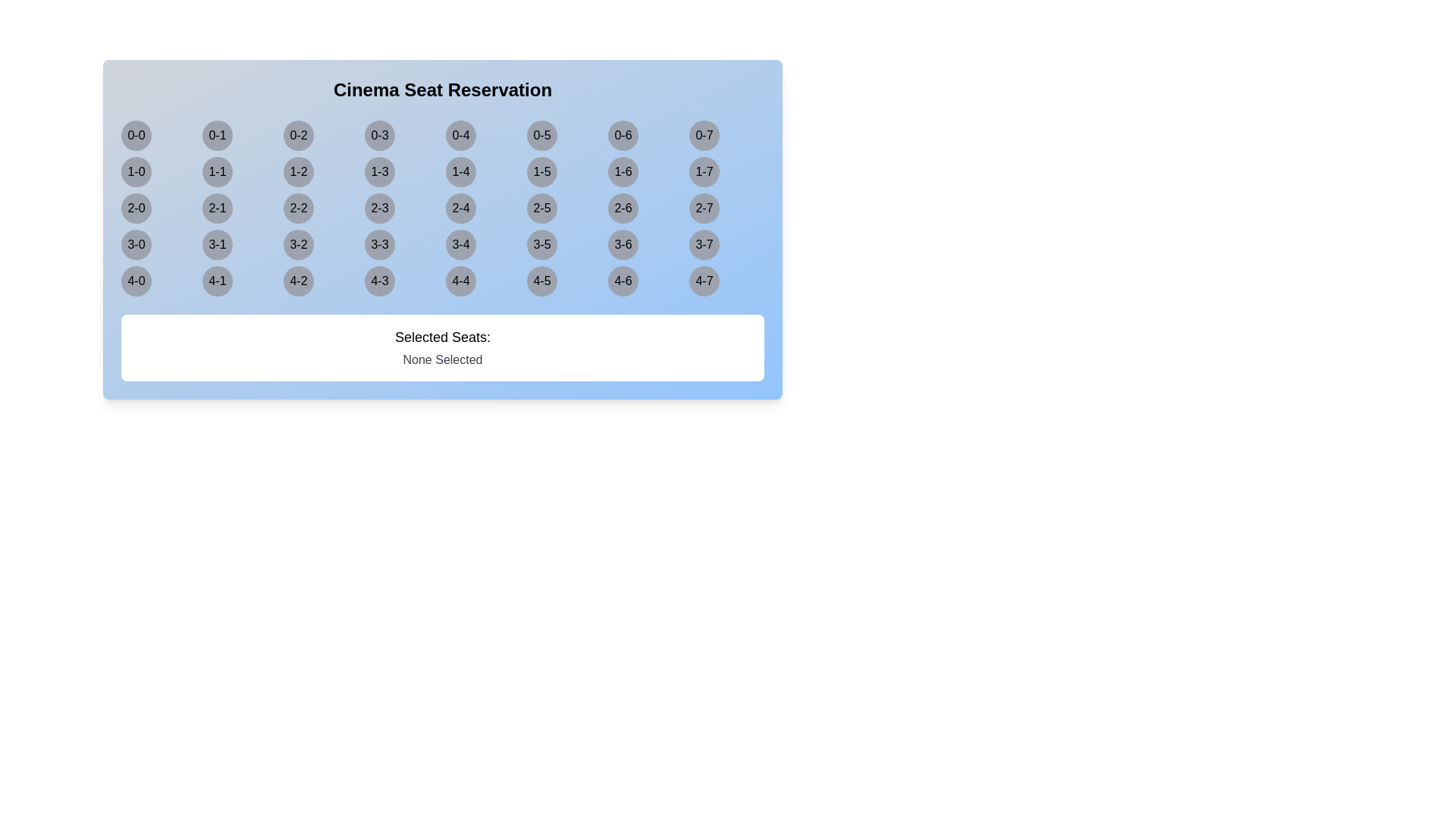 The height and width of the screenshot is (819, 1456). What do you see at coordinates (136, 171) in the screenshot?
I see `the button labeled '1-0' located` at bounding box center [136, 171].